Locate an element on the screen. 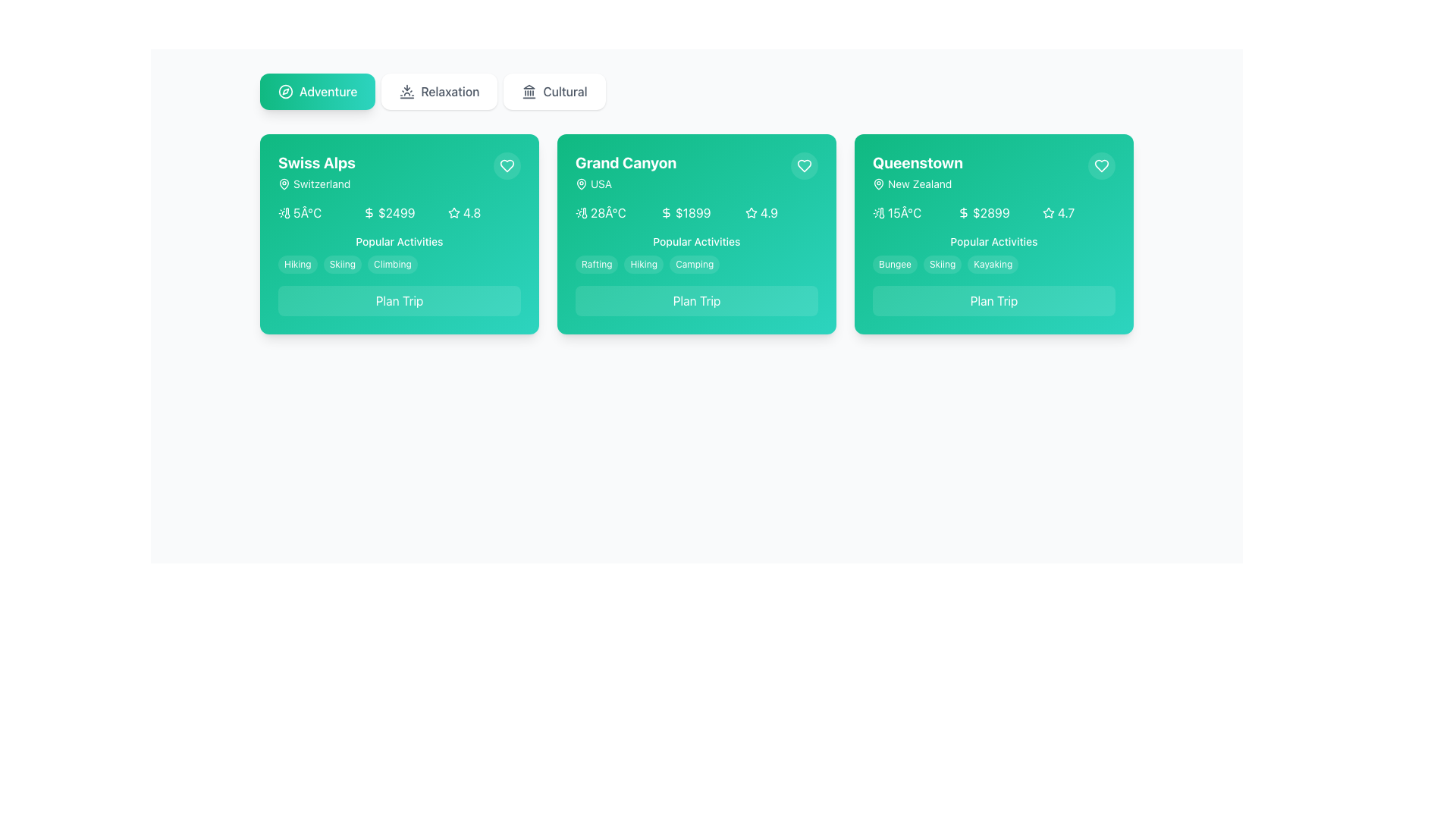 The width and height of the screenshot is (1456, 819). text label titled 'Swiss Alps' with subtitle 'Switzerland' located in the top-left corner of the card with a green background is located at coordinates (315, 171).